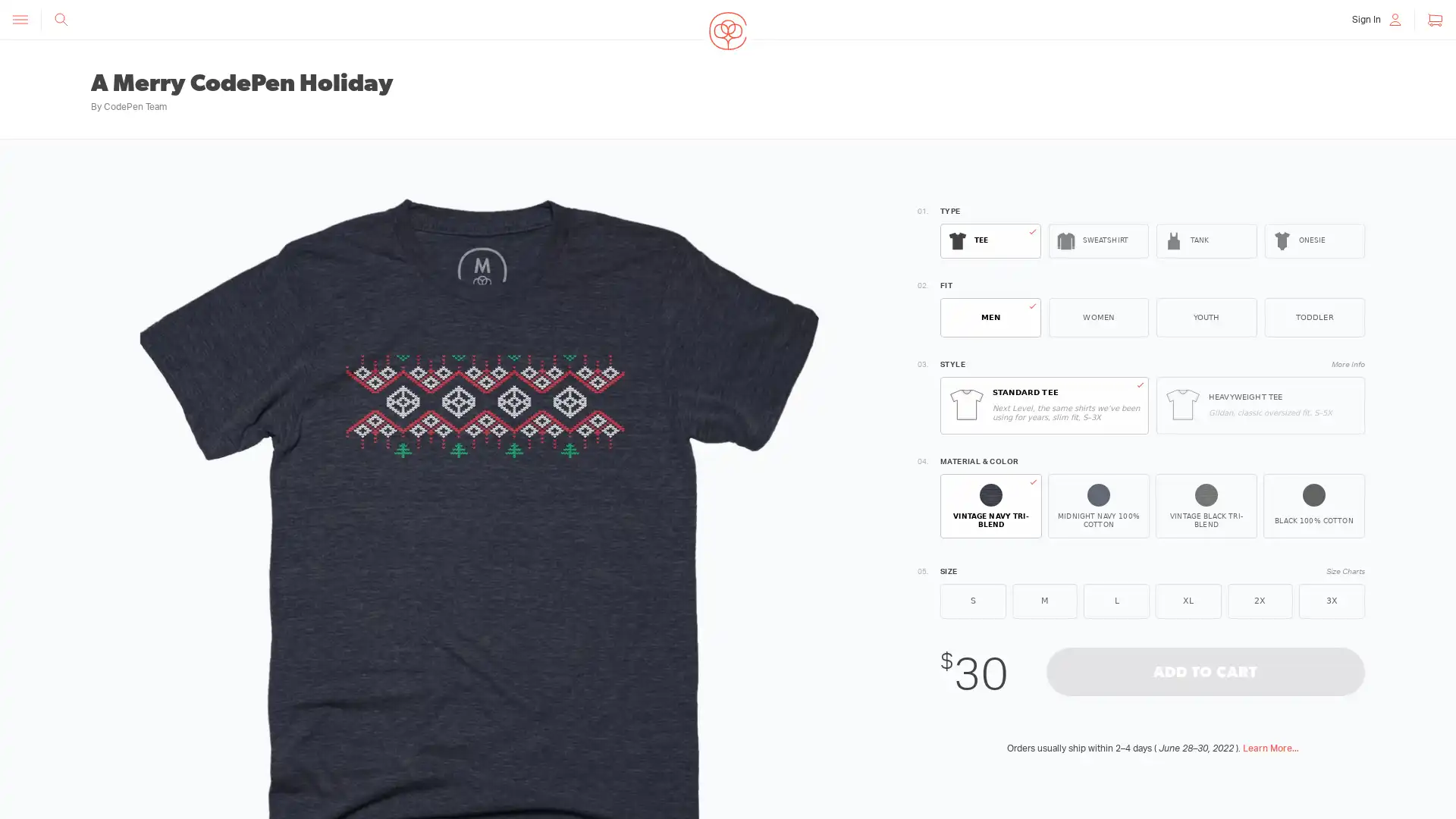 The height and width of the screenshot is (819, 1456). Describe the element at coordinates (1204, 670) in the screenshot. I see `ADD TO CART` at that location.